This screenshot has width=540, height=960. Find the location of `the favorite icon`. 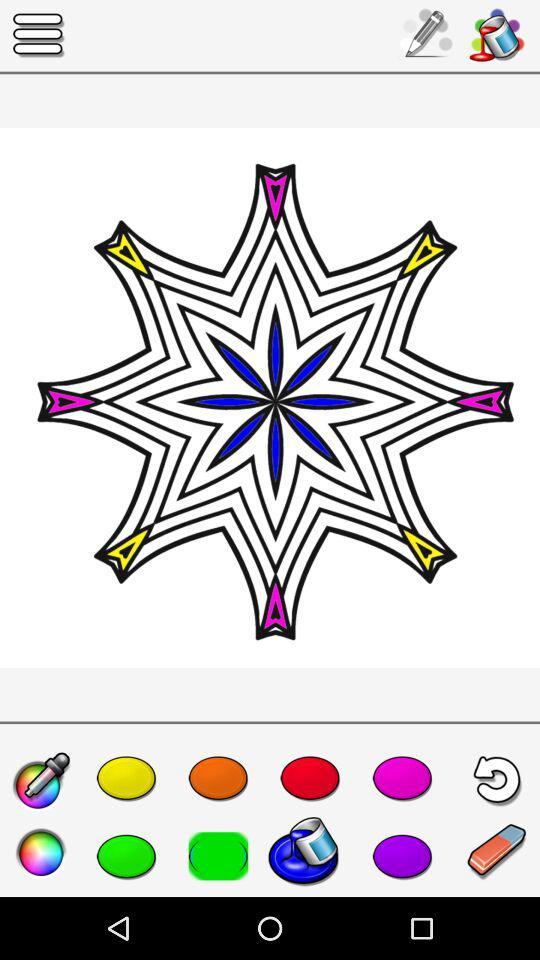

the favorite icon is located at coordinates (126, 855).